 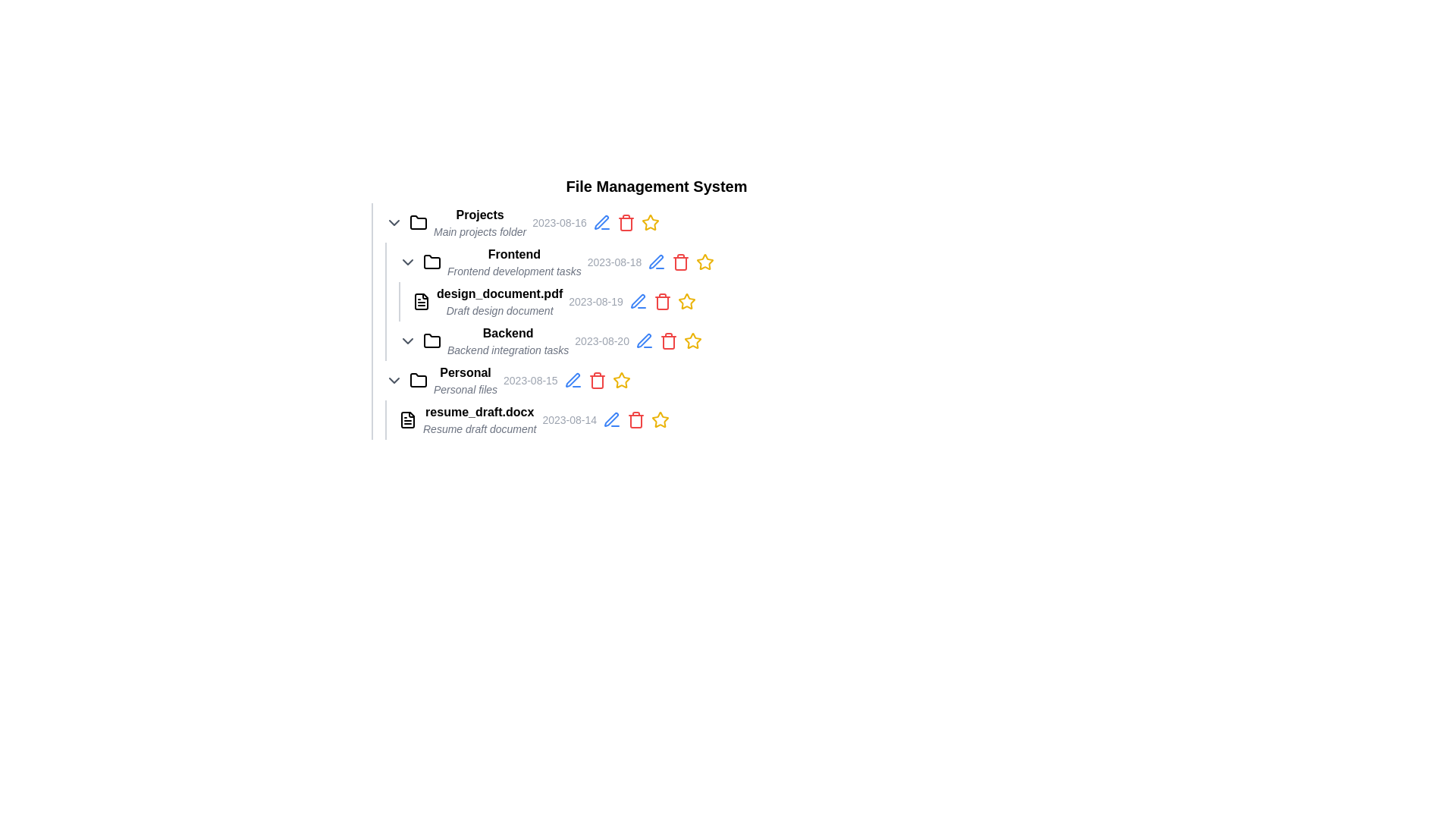 I want to click on the fourth icon button on the right side of the 'Frontend' section in the 'File Management System' interface, so click(x=656, y=262).